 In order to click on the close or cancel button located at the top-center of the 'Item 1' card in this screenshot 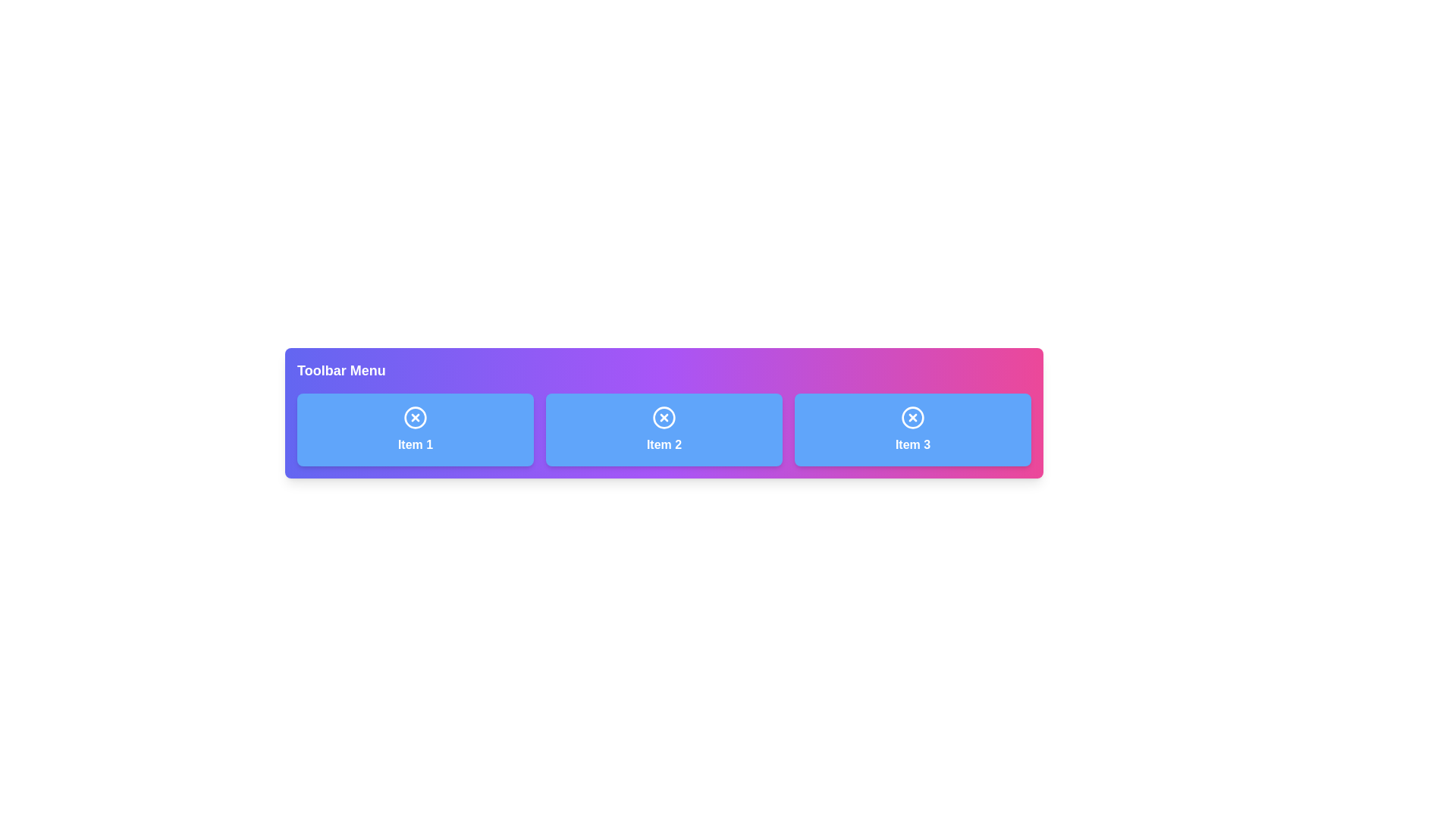, I will do `click(415, 418)`.